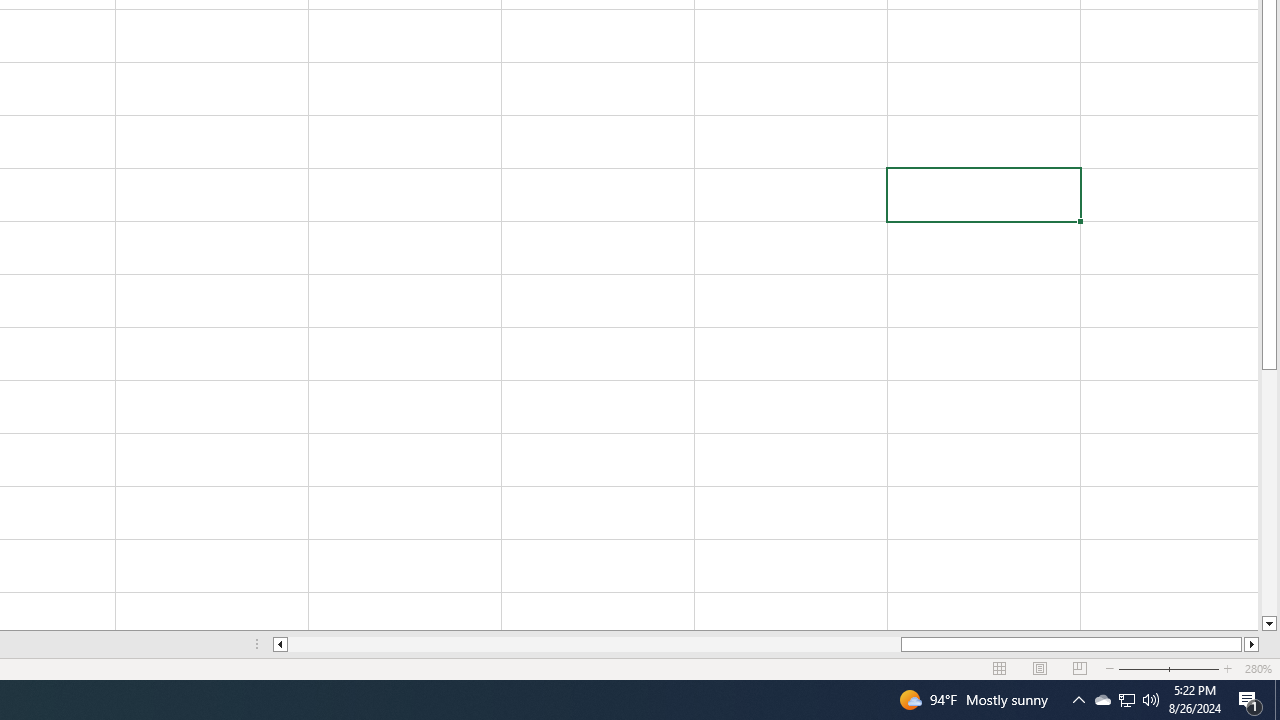 Image resolution: width=1280 pixels, height=720 pixels. I want to click on 'Line down', so click(1268, 623).